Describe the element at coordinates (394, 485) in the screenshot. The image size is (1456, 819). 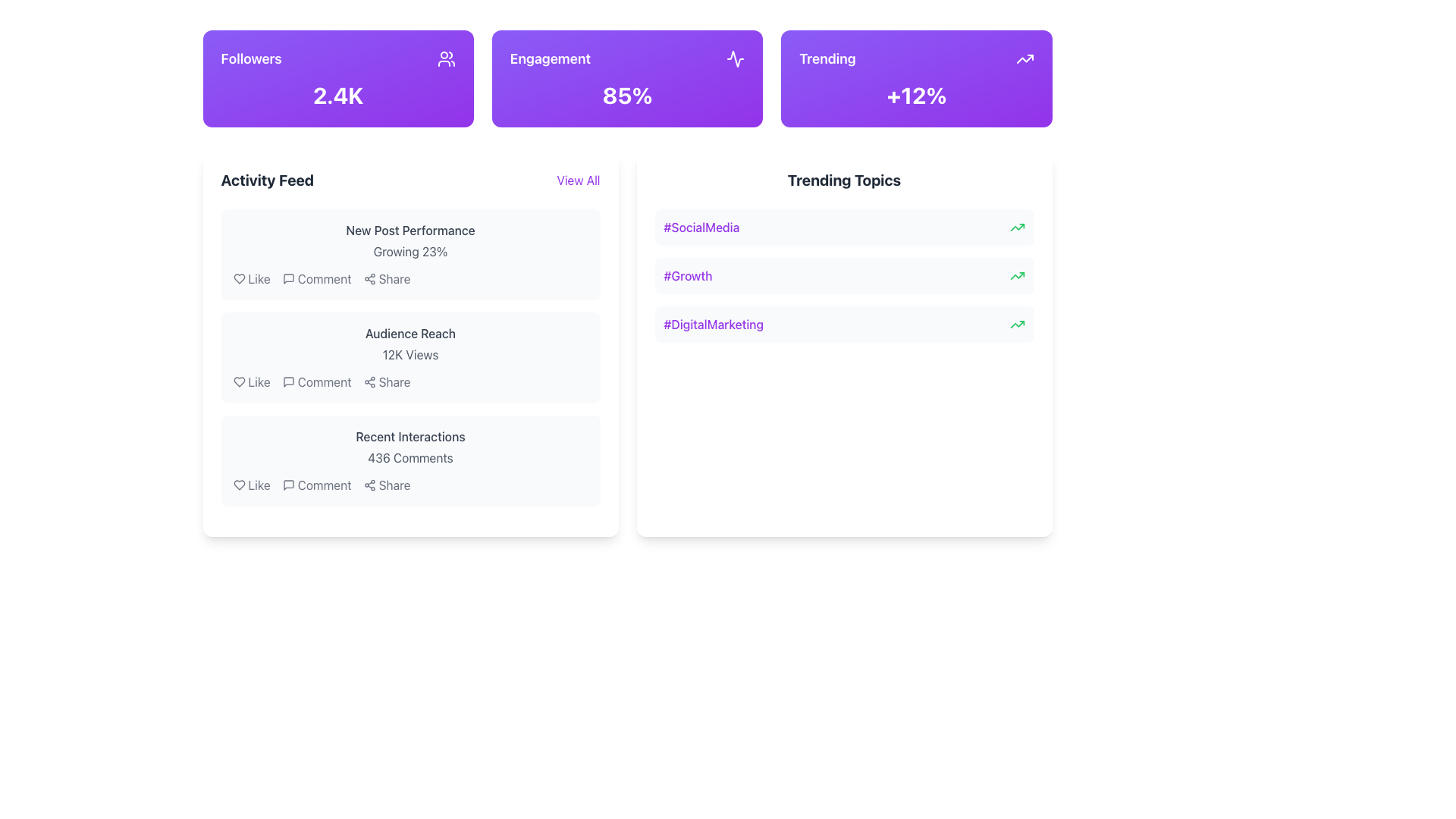
I see `the Text label indicating shareable content in the last card of the 'Activity Feed' section, located to the right of the 'Comment' text` at that location.